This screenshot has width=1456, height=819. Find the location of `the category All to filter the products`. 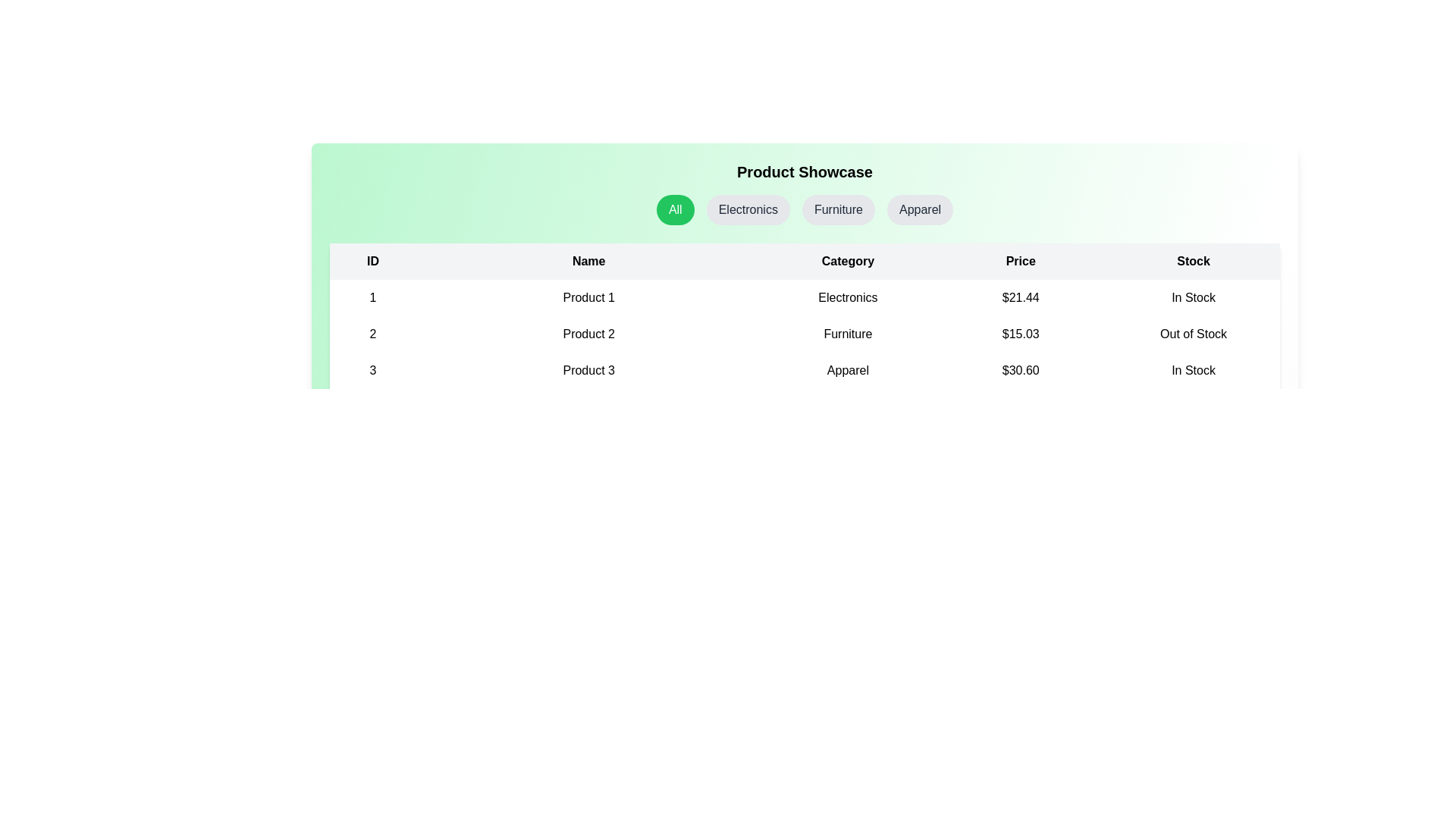

the category All to filter the products is located at coordinates (673, 210).